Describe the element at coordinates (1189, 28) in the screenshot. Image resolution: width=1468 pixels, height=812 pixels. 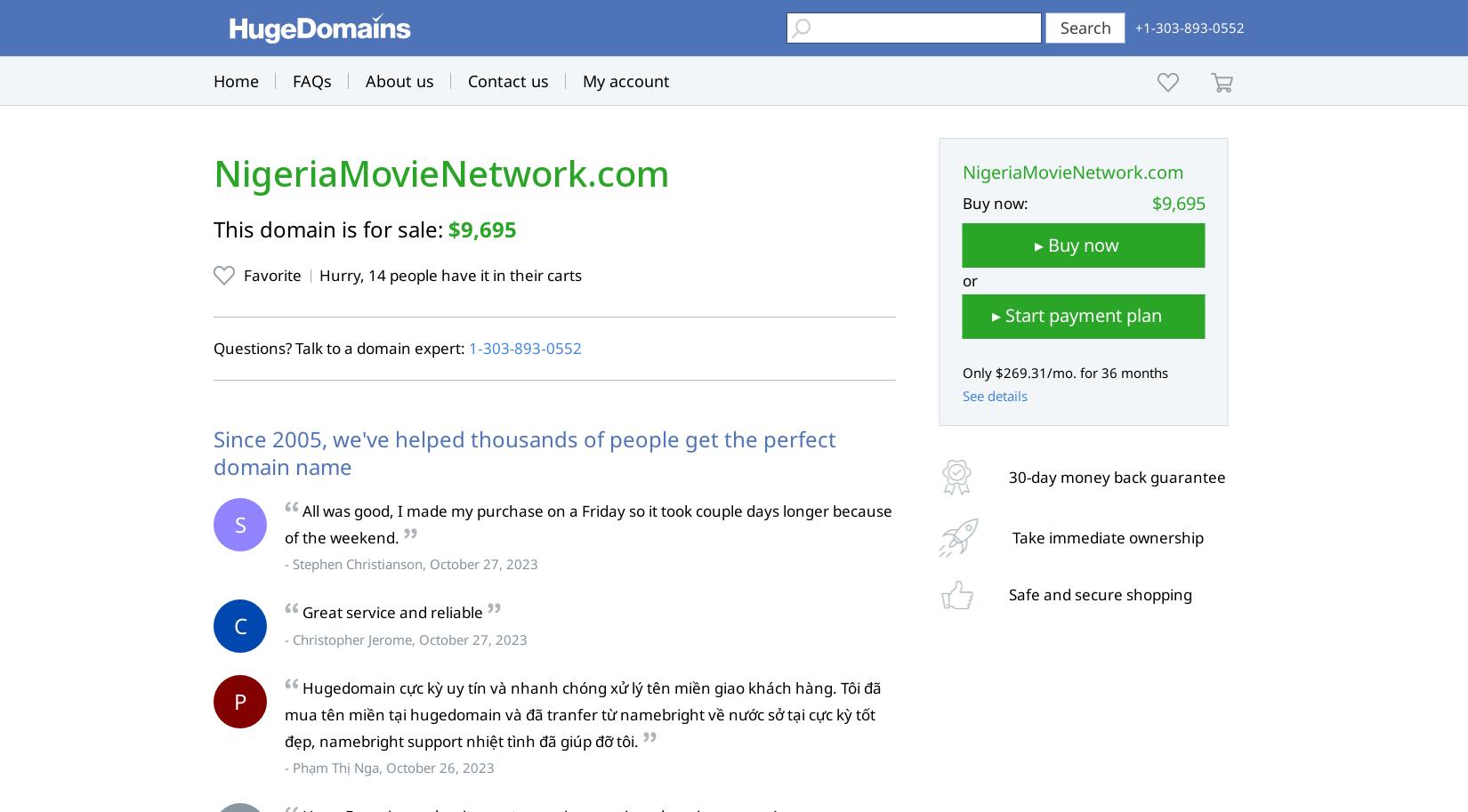
I see `'+1-303-893-0552'` at that location.